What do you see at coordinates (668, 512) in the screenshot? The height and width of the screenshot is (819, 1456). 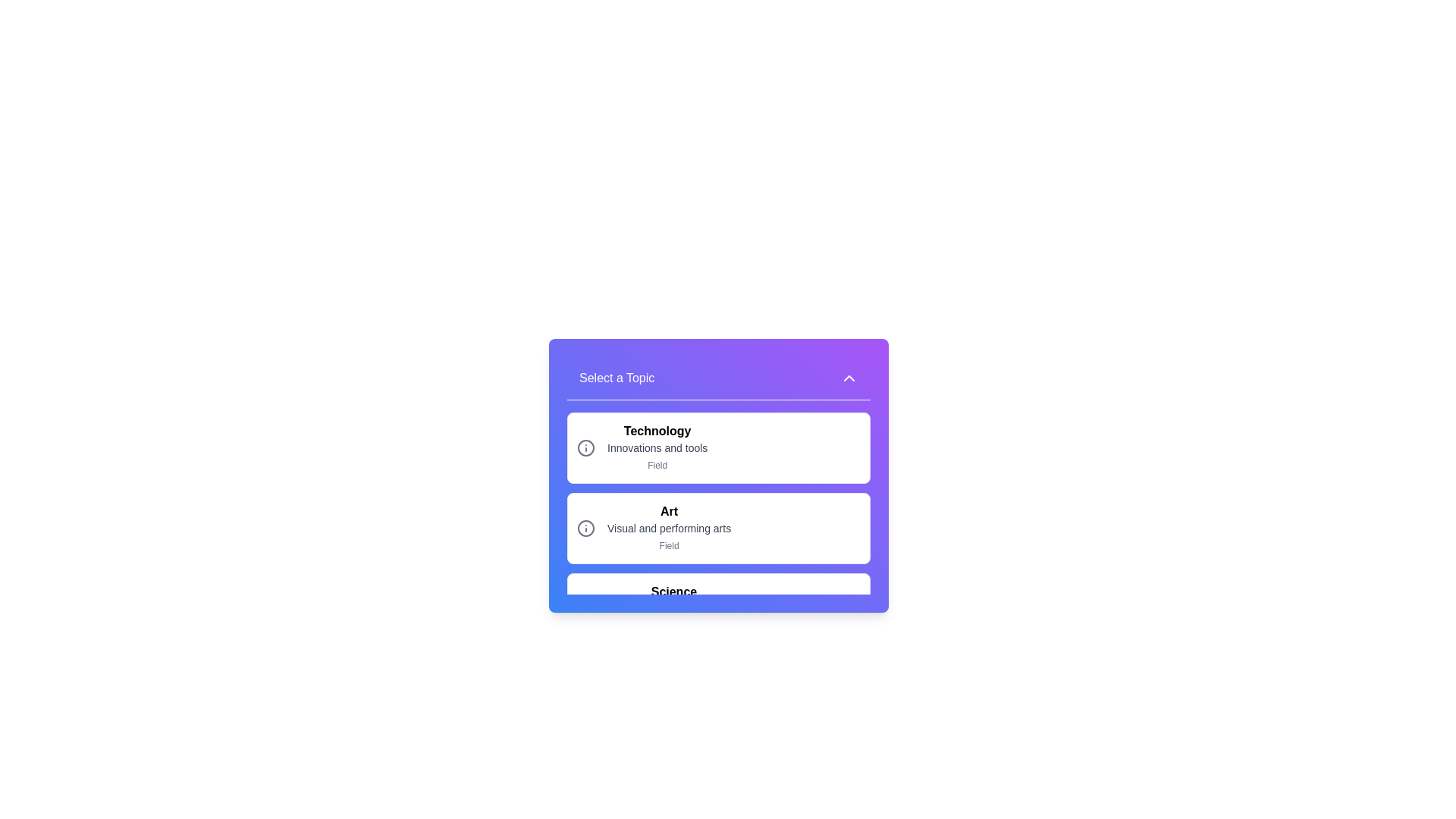 I see `text content of the Text Label that serves as a category header for art, located centrally in the second card of a vertical stack` at bounding box center [668, 512].